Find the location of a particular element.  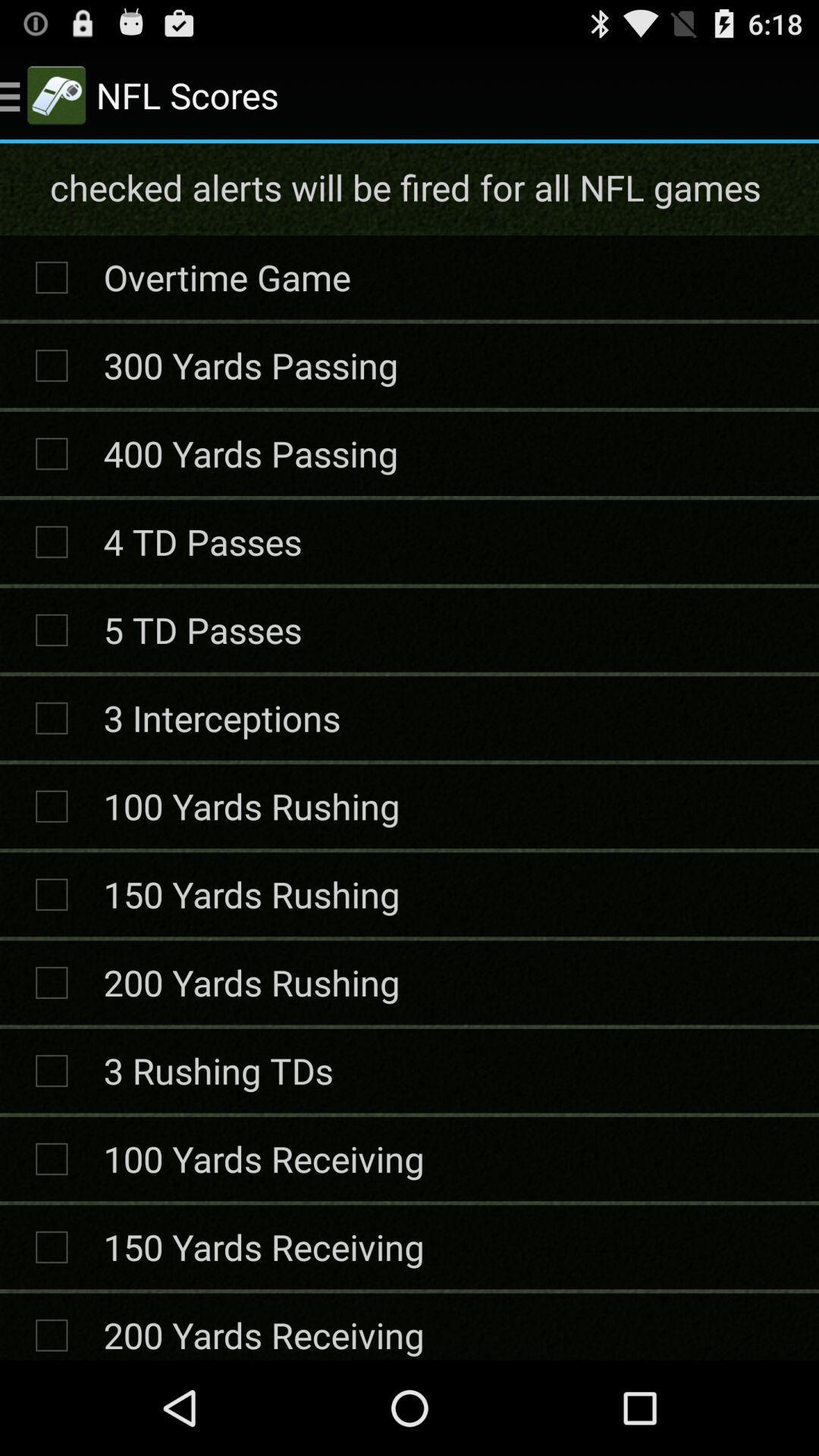

the icon beside nfl scores is located at coordinates (55, 94).